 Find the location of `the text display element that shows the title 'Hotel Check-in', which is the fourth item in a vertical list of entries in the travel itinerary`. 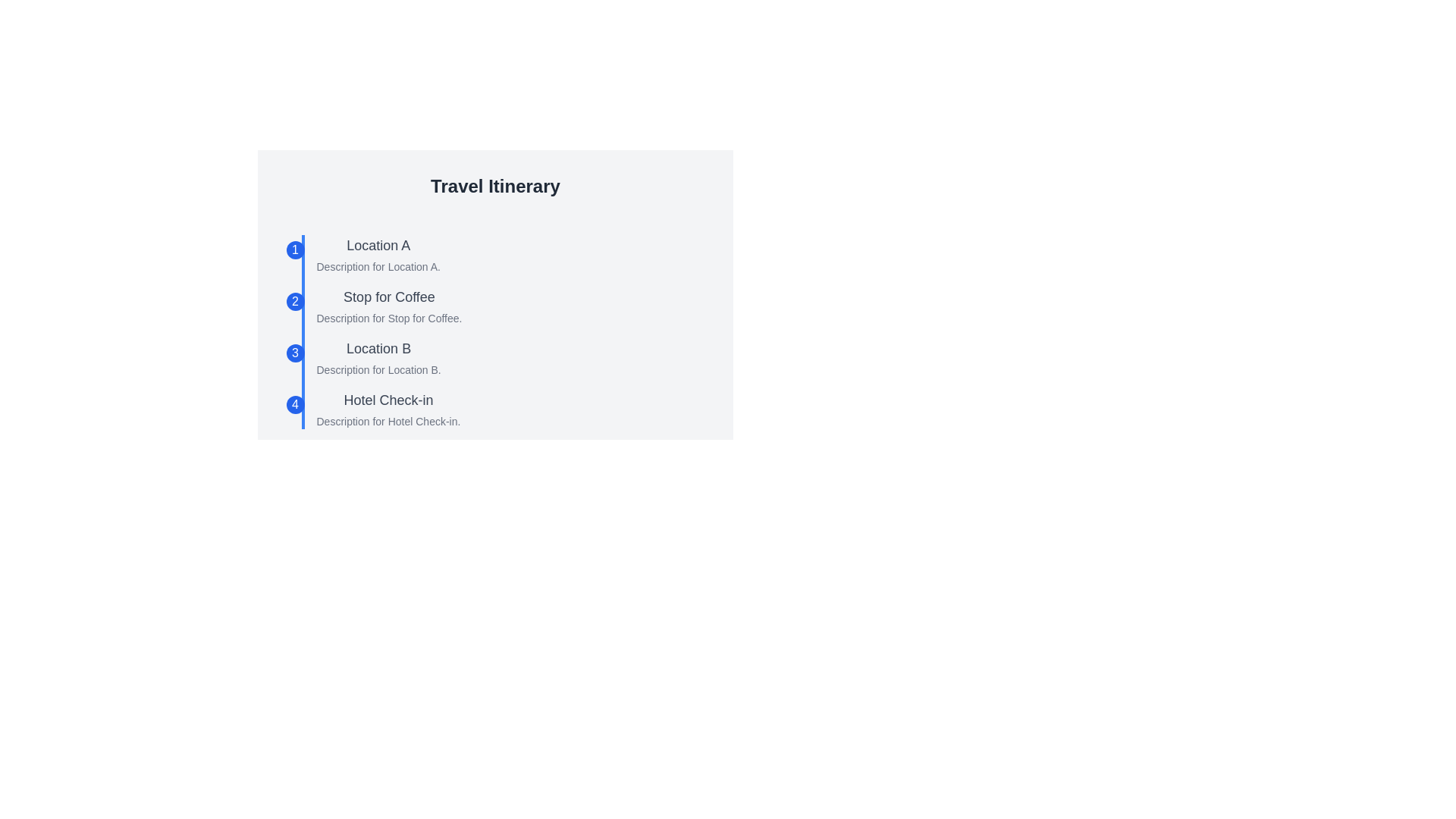

the text display element that shows the title 'Hotel Check-in', which is the fourth item in a vertical list of entries in the travel itinerary is located at coordinates (388, 409).